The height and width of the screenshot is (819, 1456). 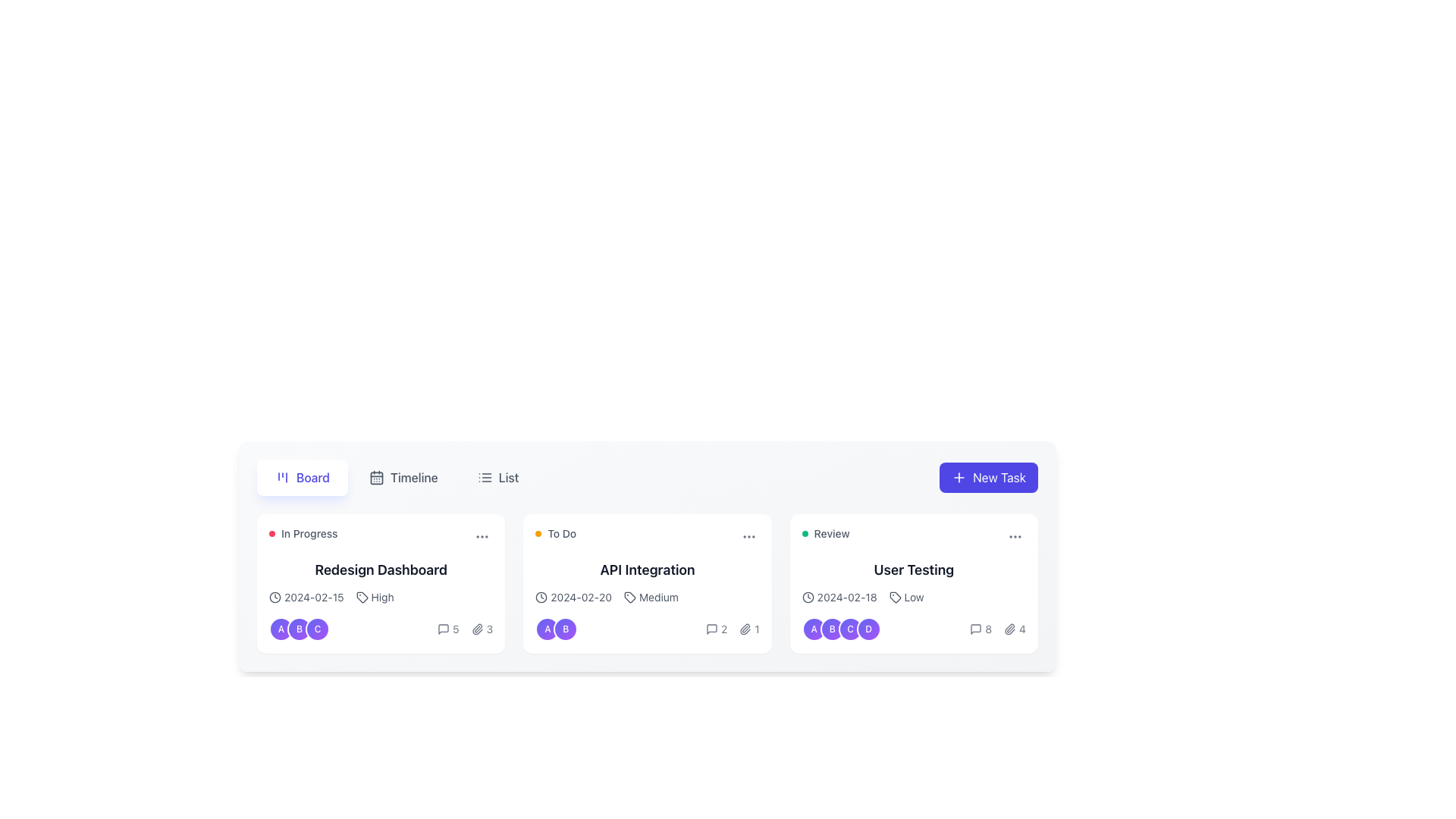 What do you see at coordinates (580, 596) in the screenshot?
I see `the date text label displaying '2024-02-20', which is part of the 'API Integration' card in the task management interface` at bounding box center [580, 596].